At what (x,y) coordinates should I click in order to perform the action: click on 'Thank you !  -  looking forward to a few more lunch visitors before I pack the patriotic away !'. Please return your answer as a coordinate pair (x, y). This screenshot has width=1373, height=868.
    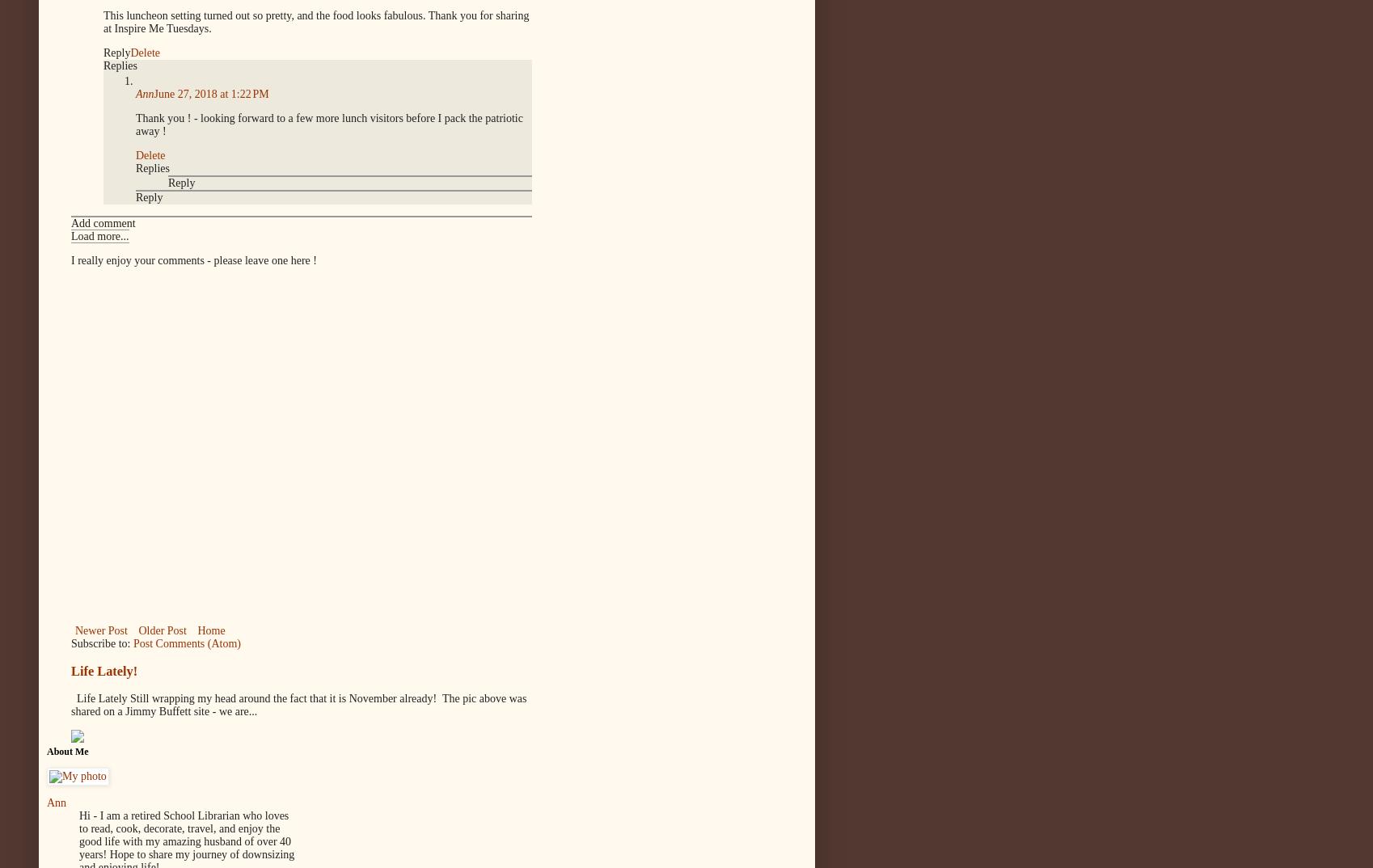
    Looking at the image, I should click on (329, 123).